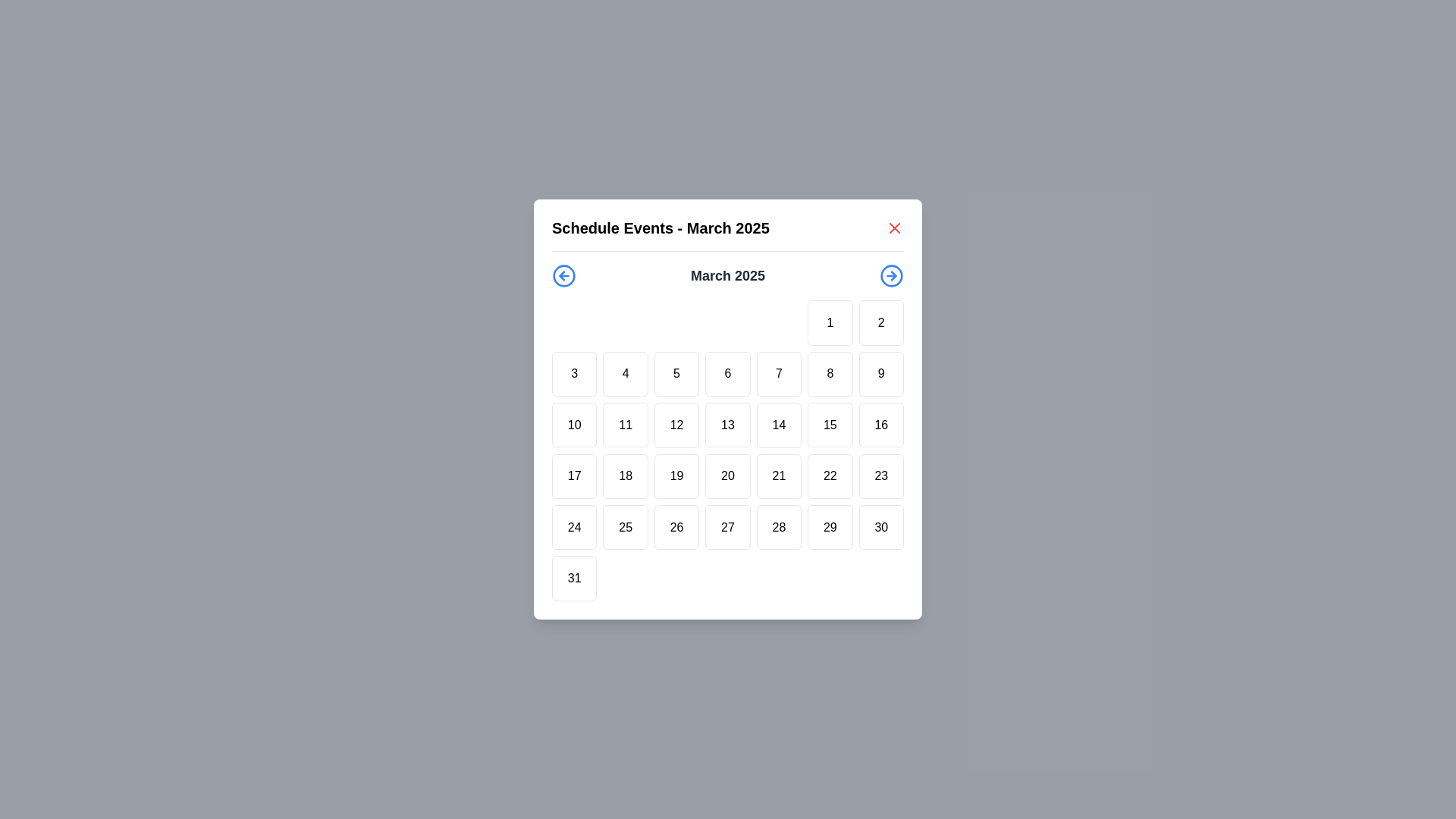 This screenshot has width=1456, height=819. What do you see at coordinates (829, 425) in the screenshot?
I see `the square button with rounded borders and the centered text '15'` at bounding box center [829, 425].